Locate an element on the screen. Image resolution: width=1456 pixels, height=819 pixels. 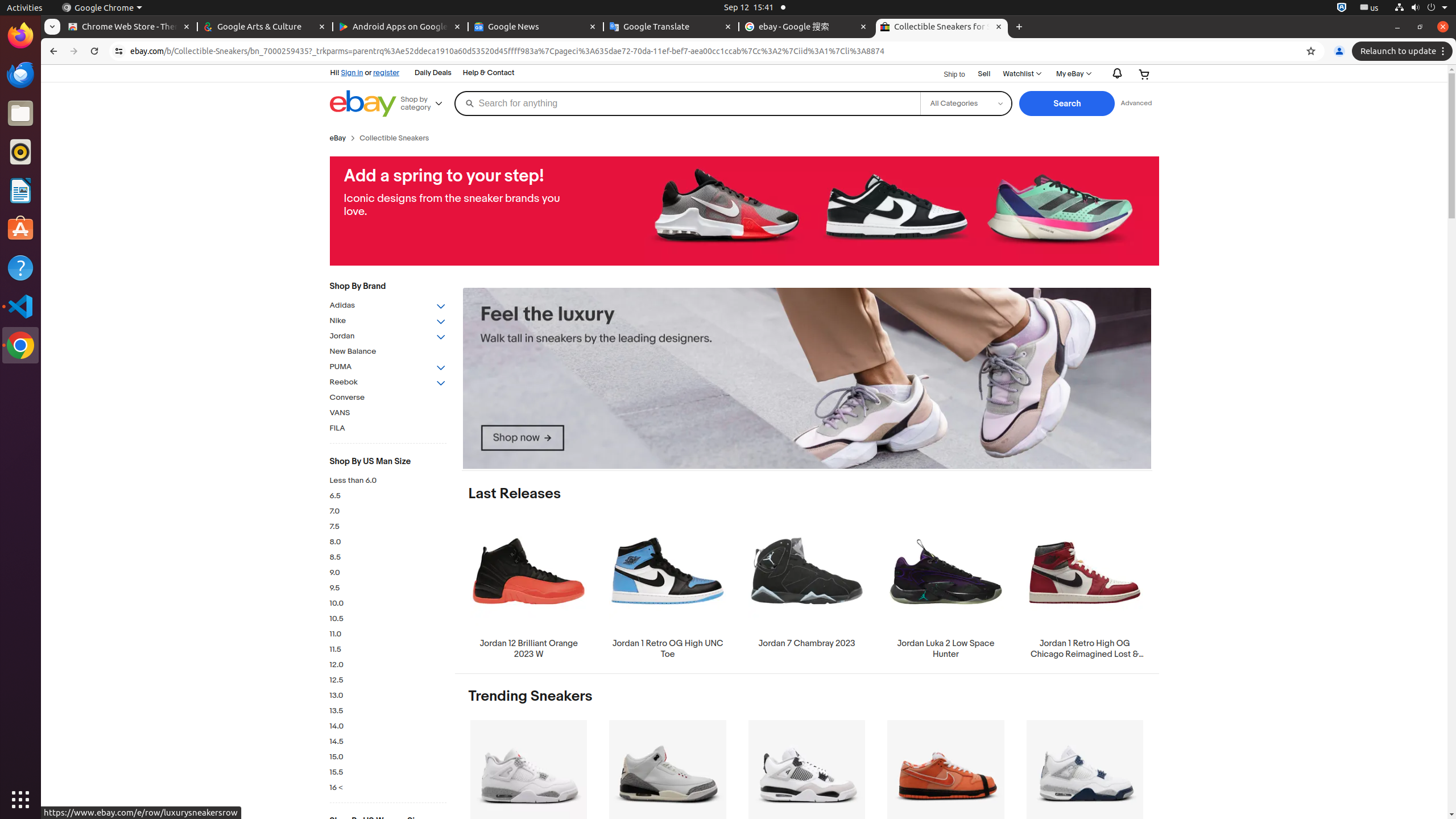
'Relaunch to update' is located at coordinates (1403, 51).